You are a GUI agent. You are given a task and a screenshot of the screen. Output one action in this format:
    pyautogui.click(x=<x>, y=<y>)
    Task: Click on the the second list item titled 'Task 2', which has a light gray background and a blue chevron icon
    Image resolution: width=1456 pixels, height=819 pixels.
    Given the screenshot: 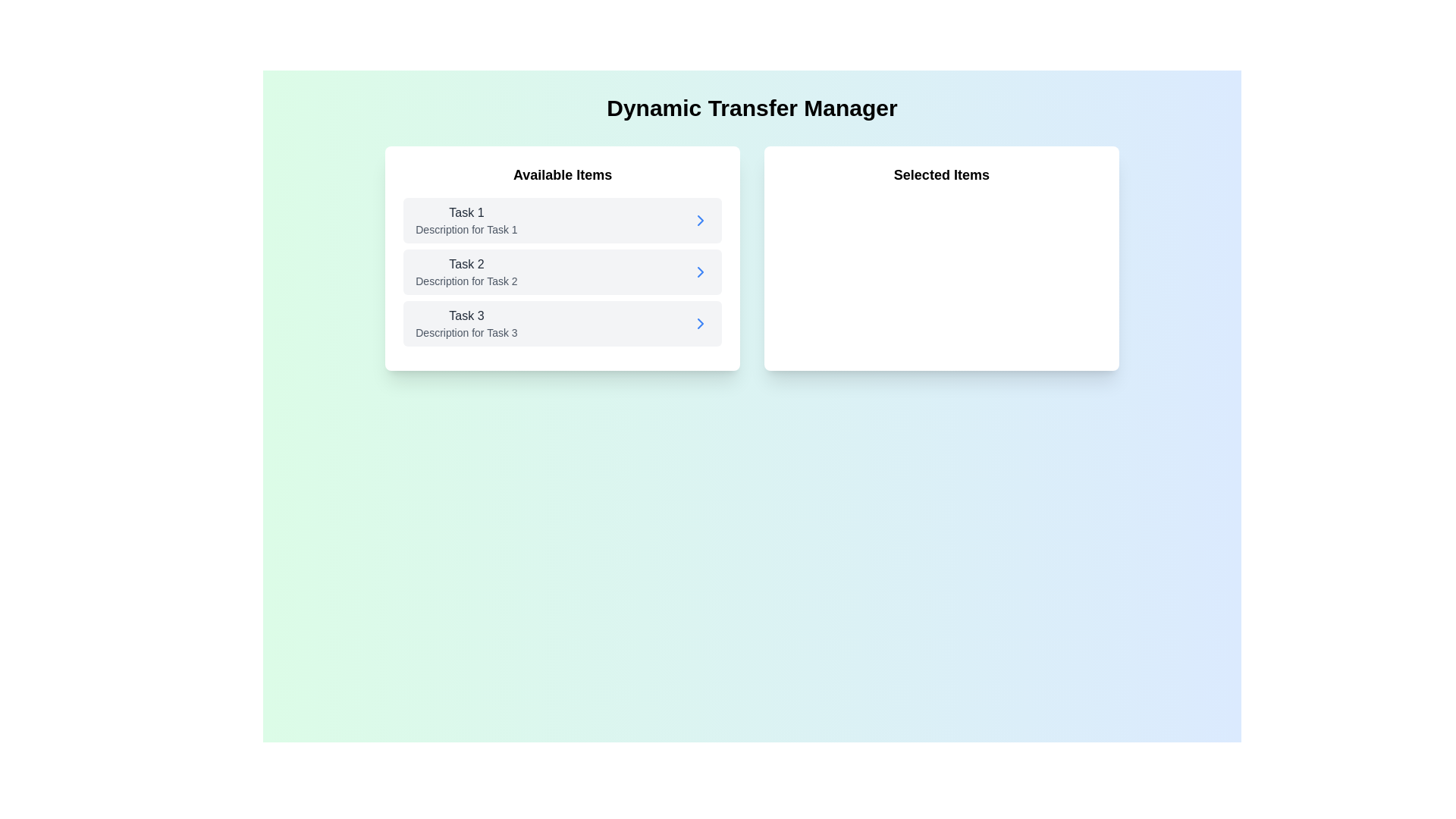 What is the action you would take?
    pyautogui.click(x=562, y=271)
    